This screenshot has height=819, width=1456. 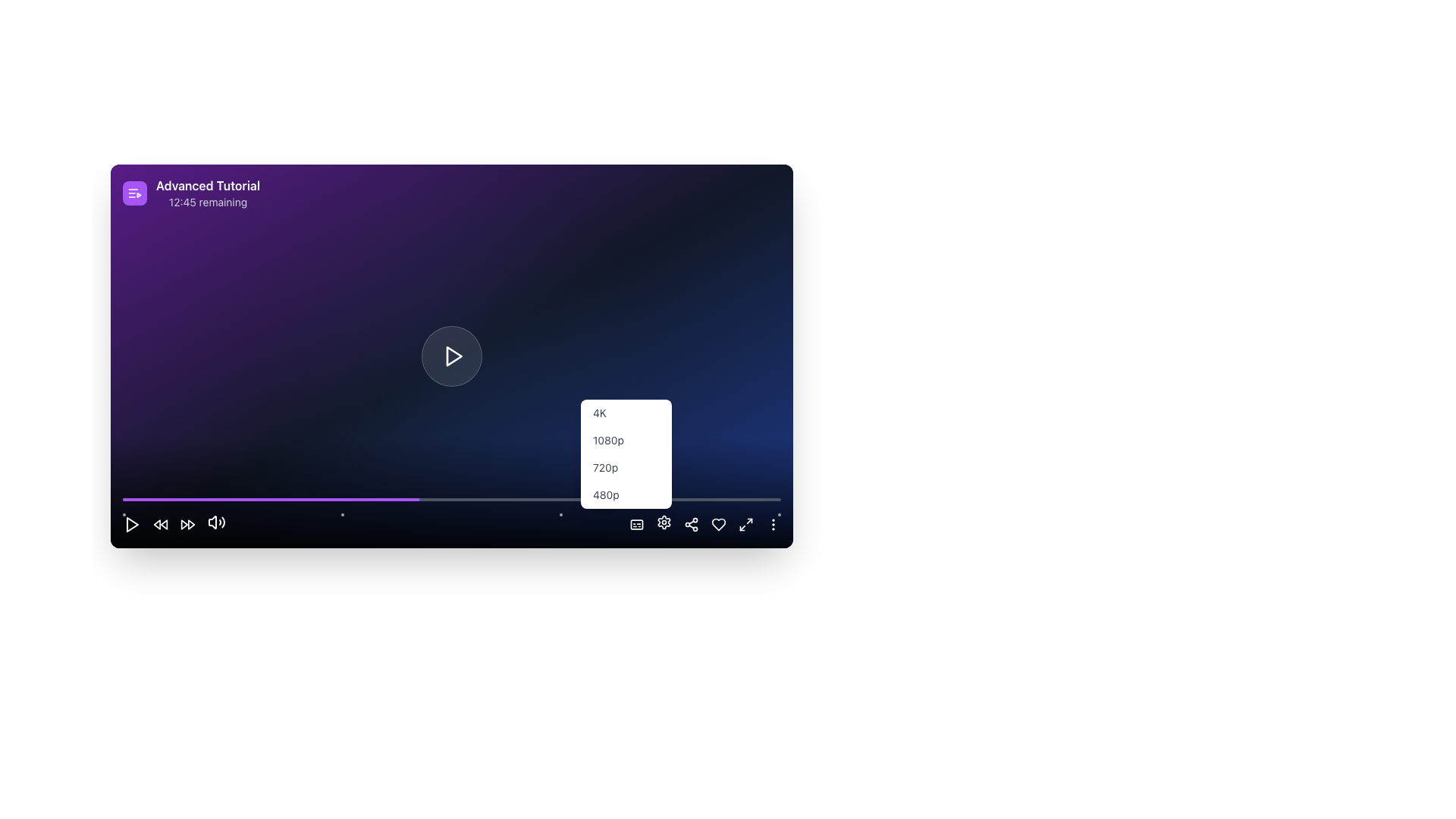 What do you see at coordinates (664, 522) in the screenshot?
I see `the cogwheel-shaped icon in the bottom-right control bar of the media player` at bounding box center [664, 522].